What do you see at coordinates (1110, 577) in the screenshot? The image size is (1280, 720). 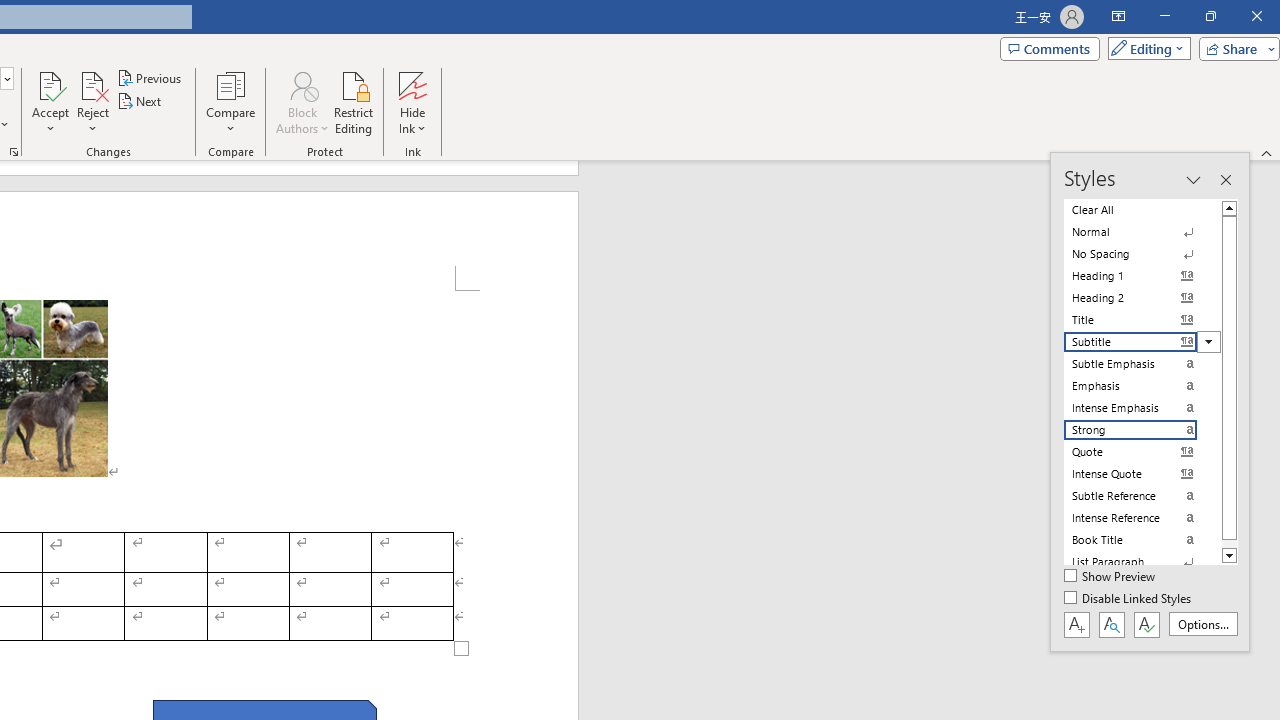 I see `'Show Preview'` at bounding box center [1110, 577].